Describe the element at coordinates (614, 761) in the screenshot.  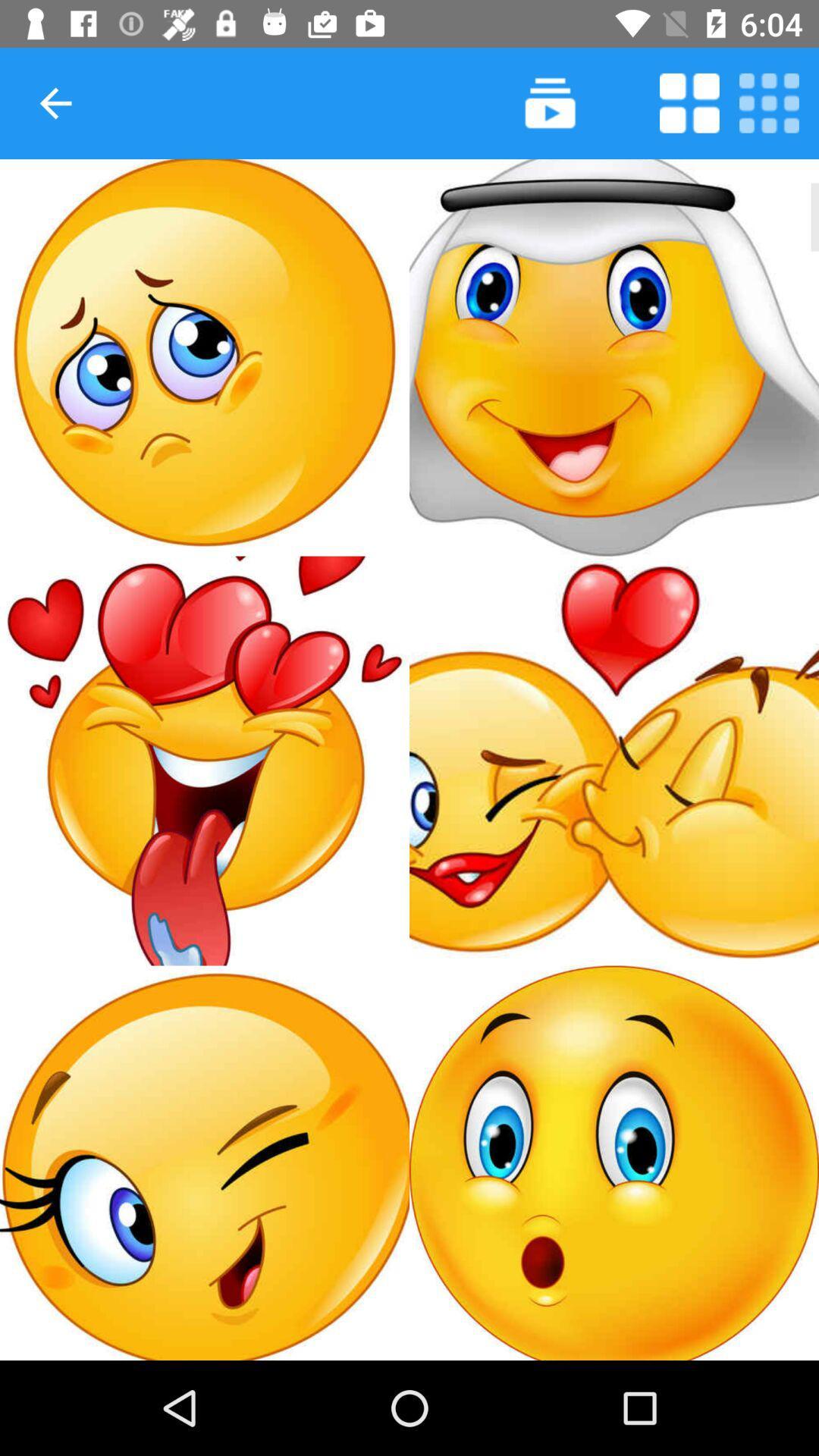
I see `picture of kissing emojis` at that location.